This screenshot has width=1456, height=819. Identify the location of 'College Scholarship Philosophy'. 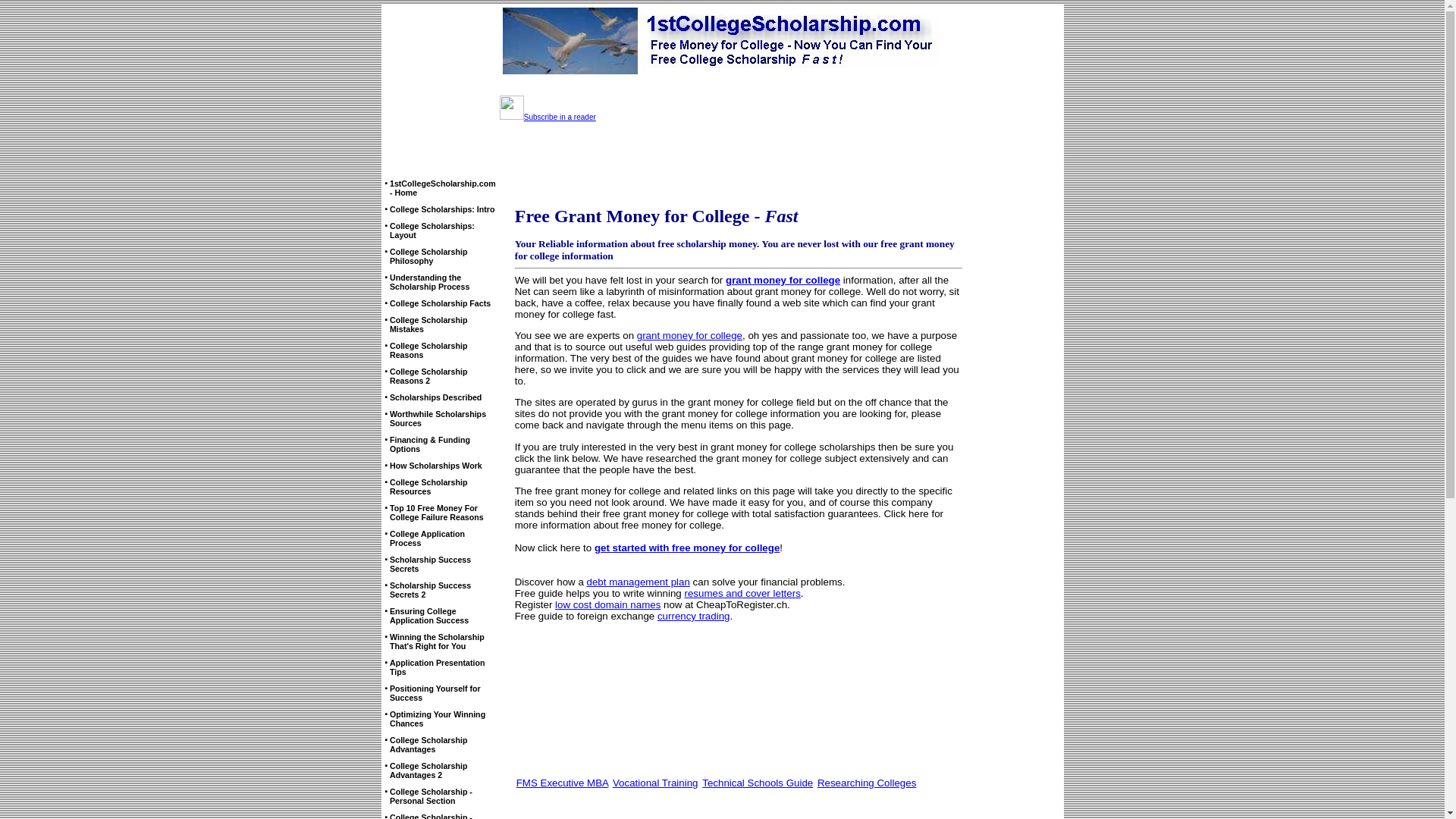
(428, 256).